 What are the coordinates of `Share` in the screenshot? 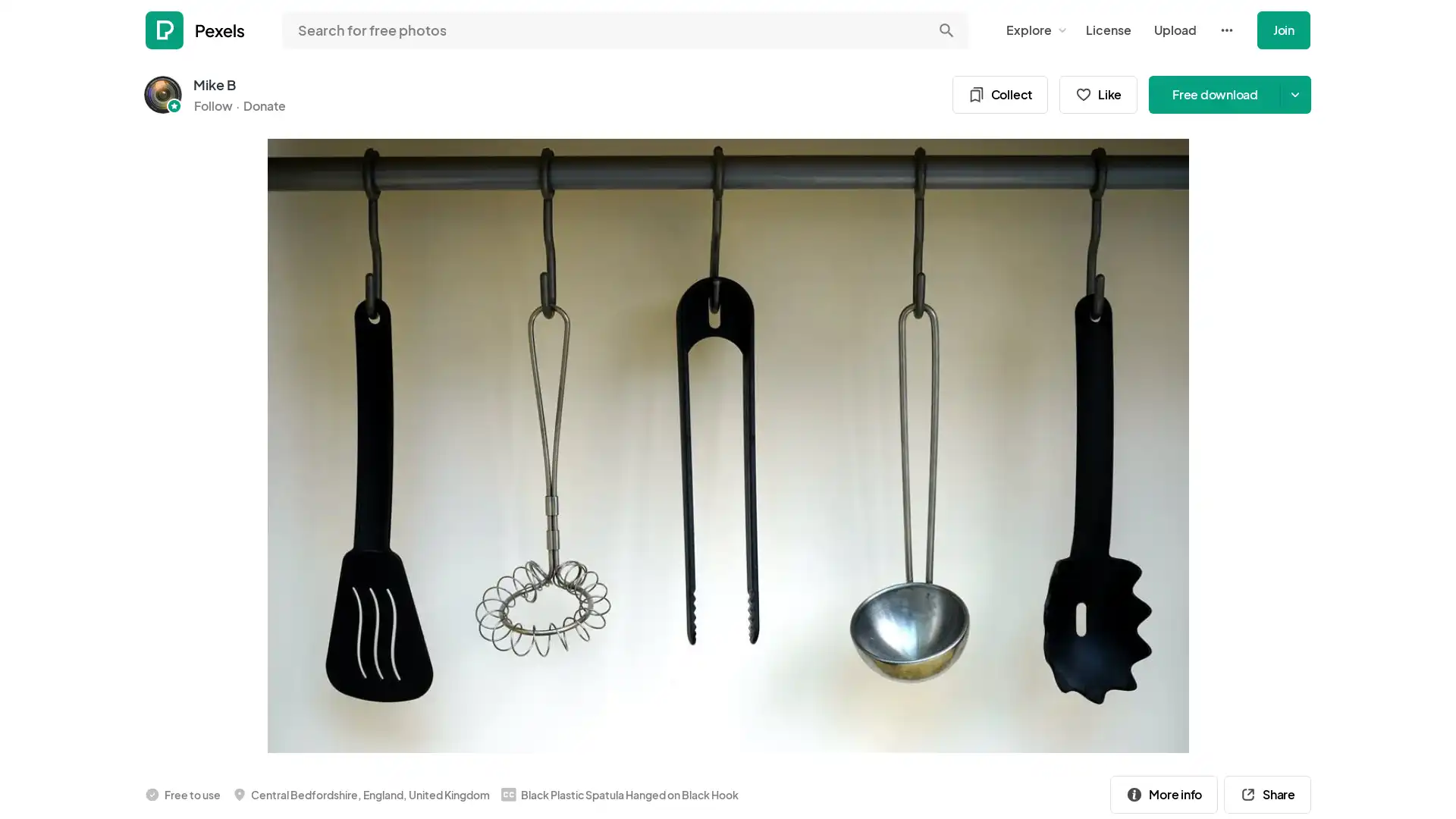 It's located at (1267, 794).